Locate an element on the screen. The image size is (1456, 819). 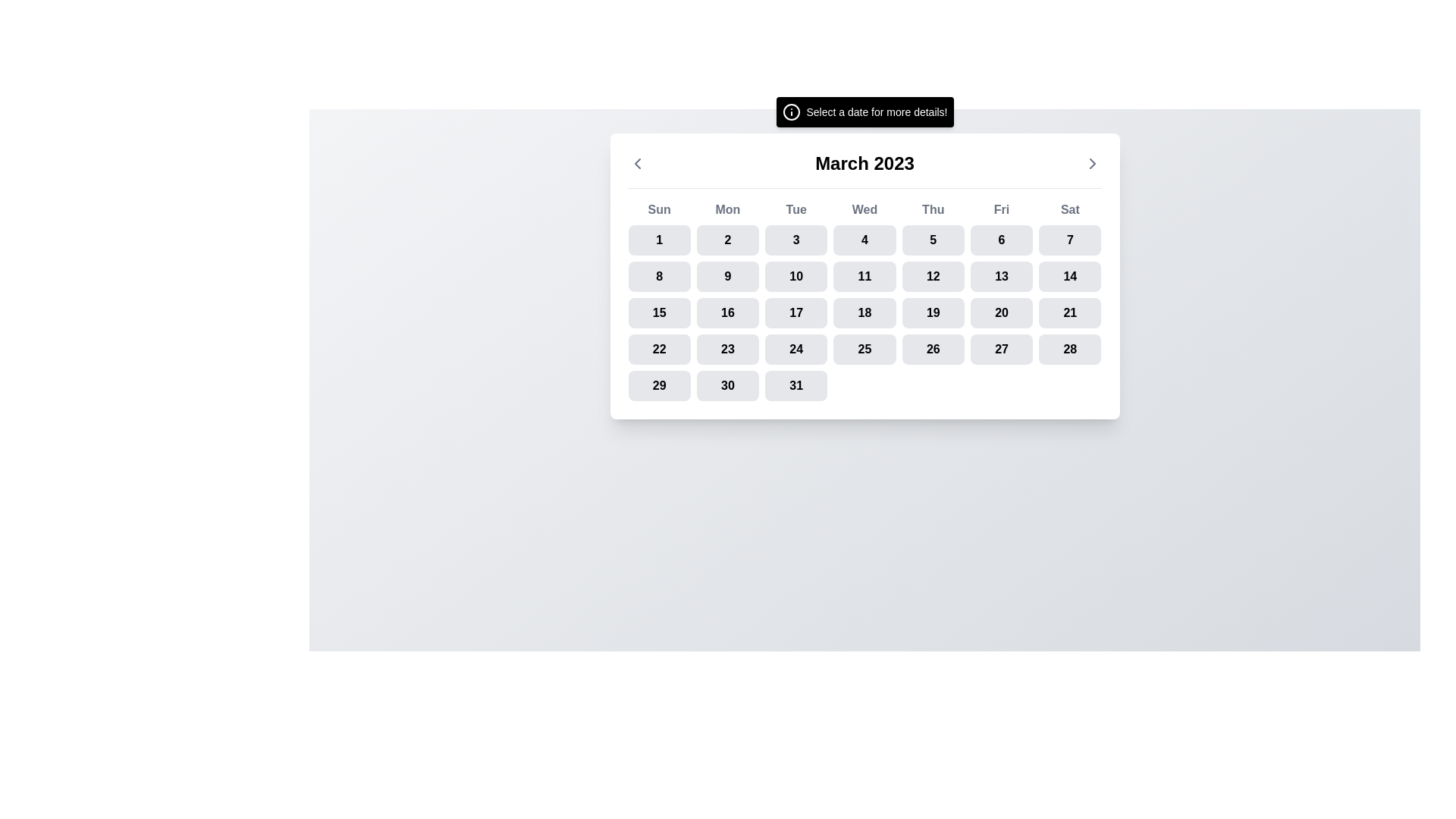
the calendar date representation for the 31st, which is a rounded rectangular button with a light gray background and bold black text is located at coordinates (795, 385).